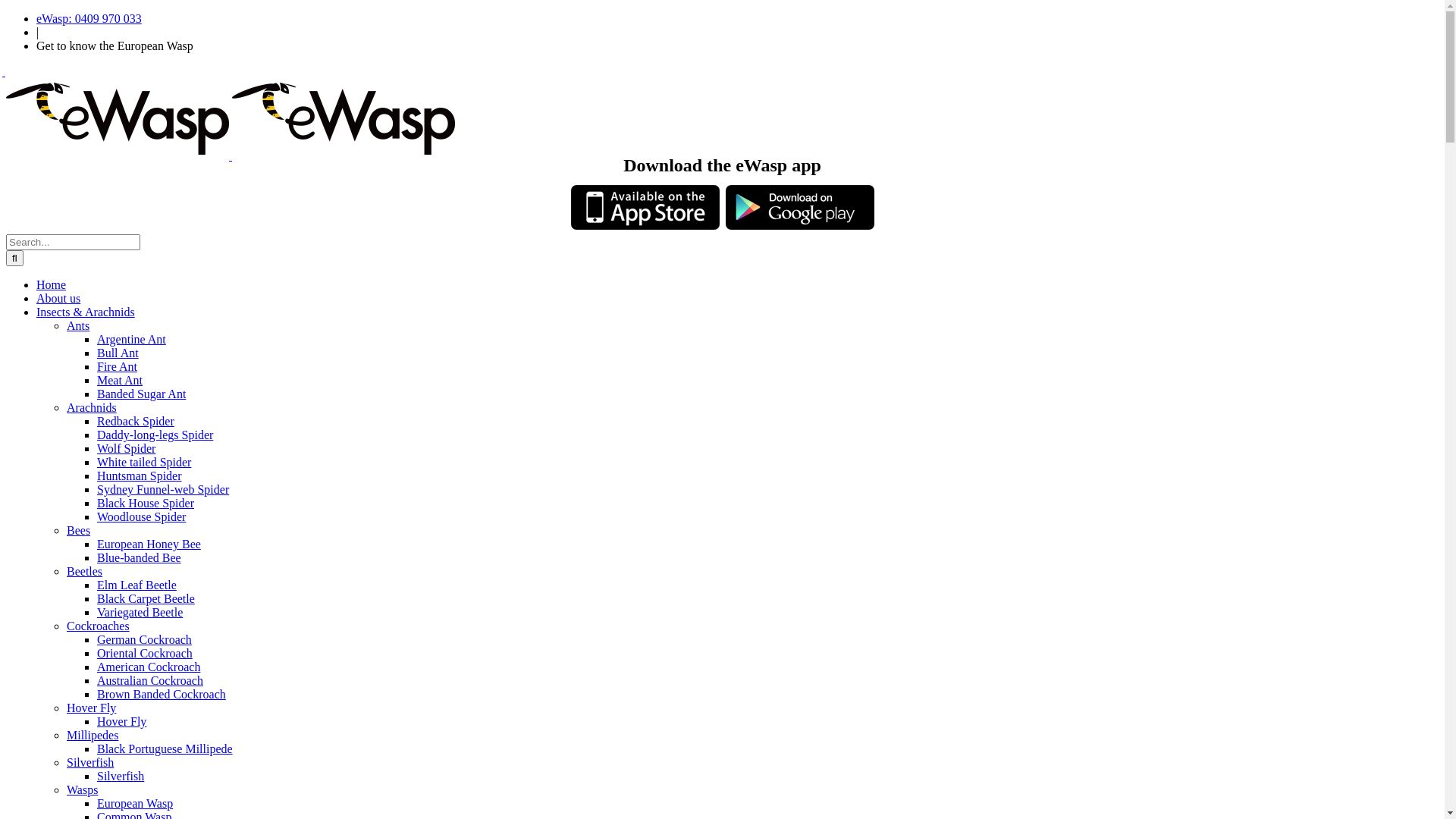 The height and width of the screenshot is (819, 1456). What do you see at coordinates (90, 406) in the screenshot?
I see `'Arachnids'` at bounding box center [90, 406].